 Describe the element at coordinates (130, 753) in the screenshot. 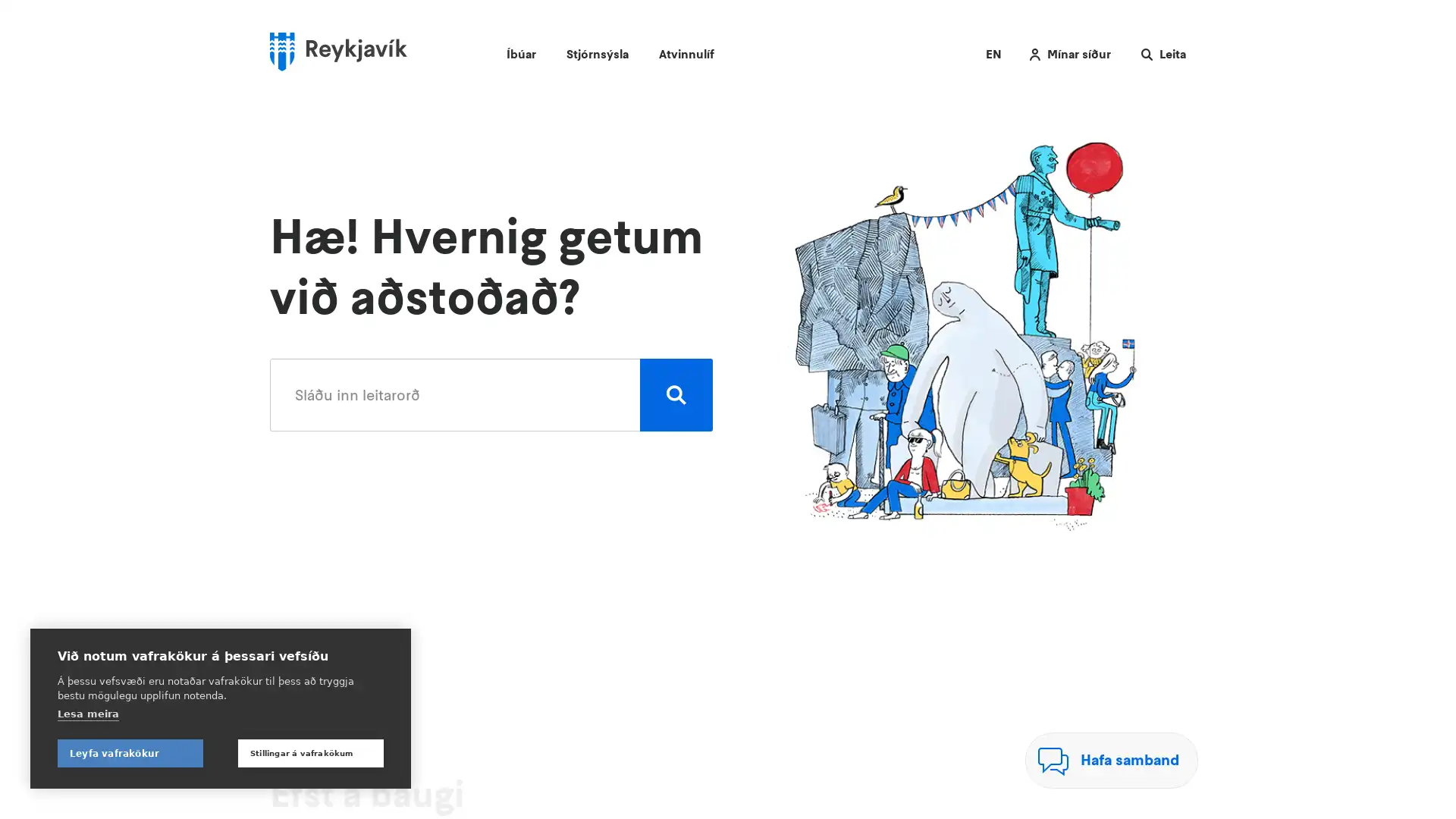

I see `Leyfa vafrakokur` at that location.